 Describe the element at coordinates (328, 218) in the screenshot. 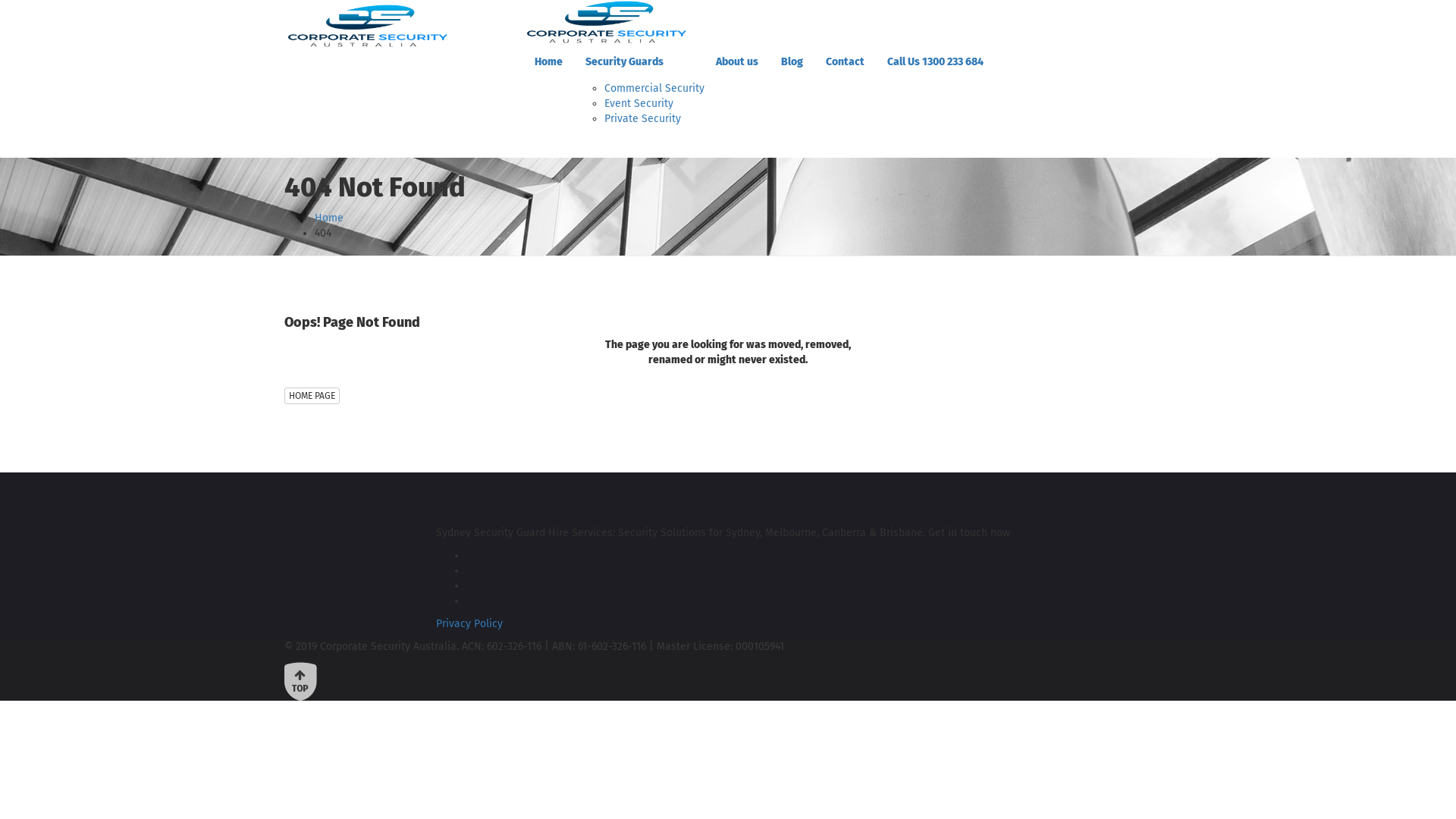

I see `'Home'` at that location.